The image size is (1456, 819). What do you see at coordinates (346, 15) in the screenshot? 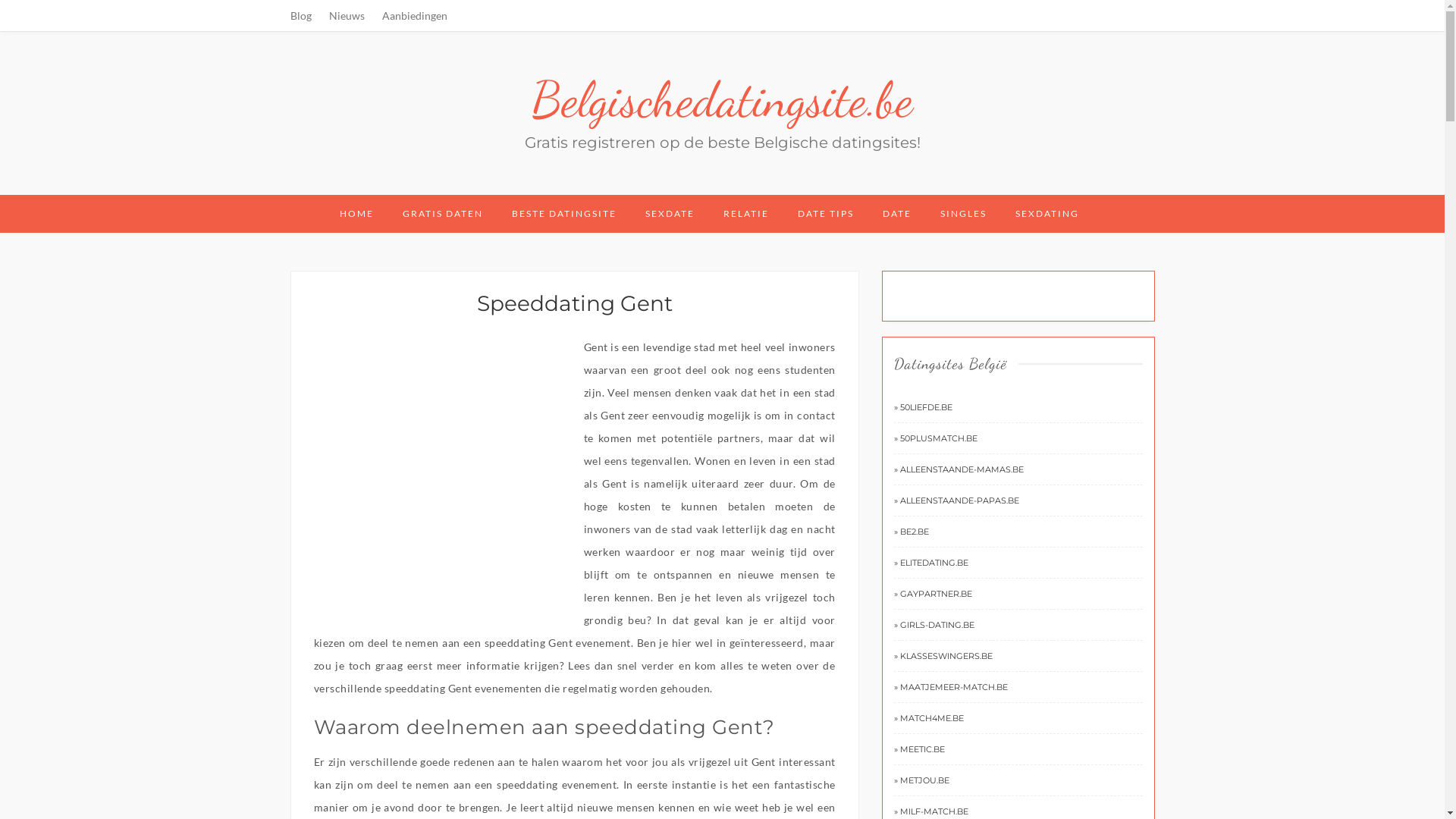
I see `'Nieuws'` at bounding box center [346, 15].